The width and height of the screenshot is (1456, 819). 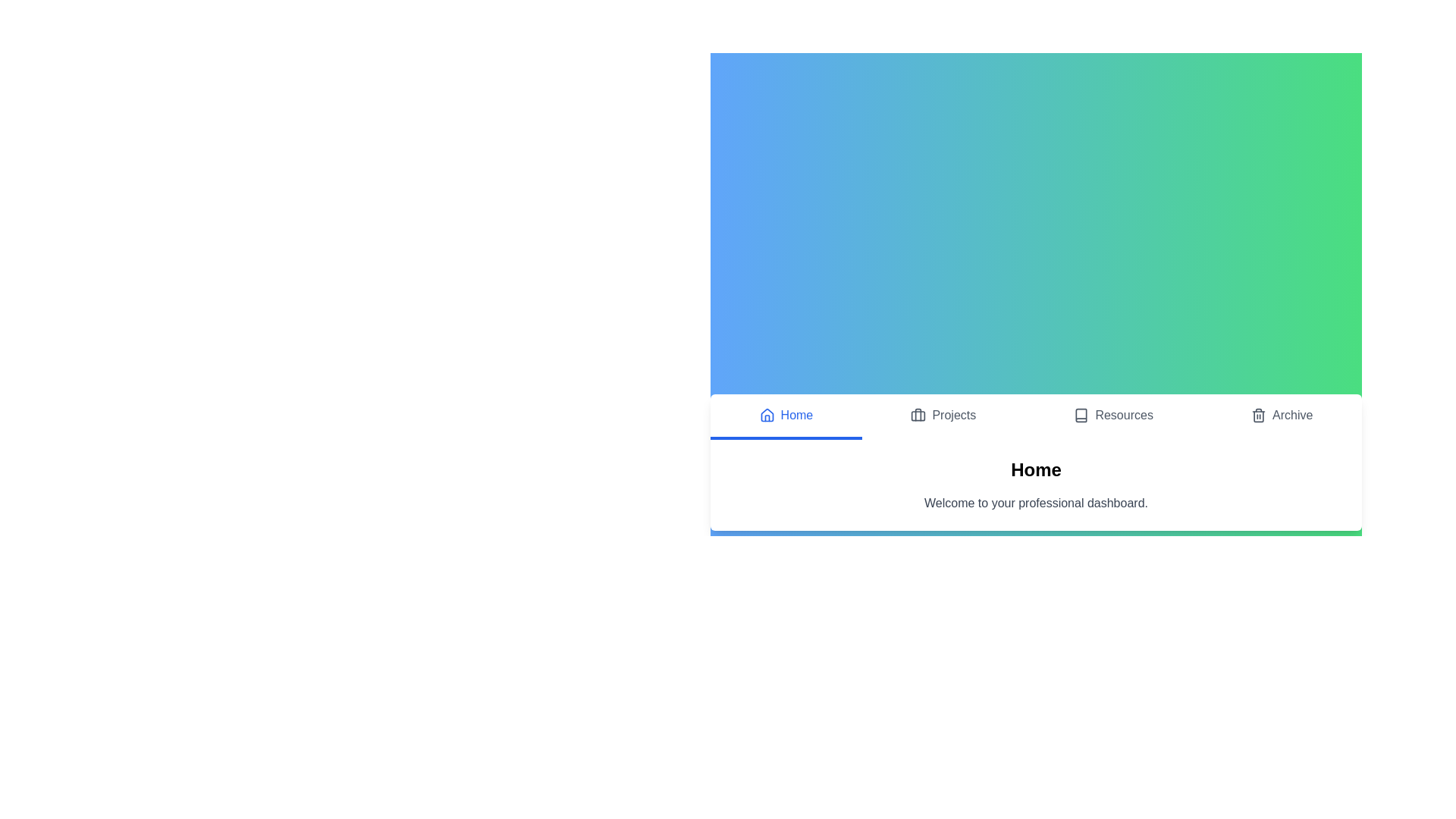 I want to click on the icon of the Resources tab, so click(x=1081, y=415).